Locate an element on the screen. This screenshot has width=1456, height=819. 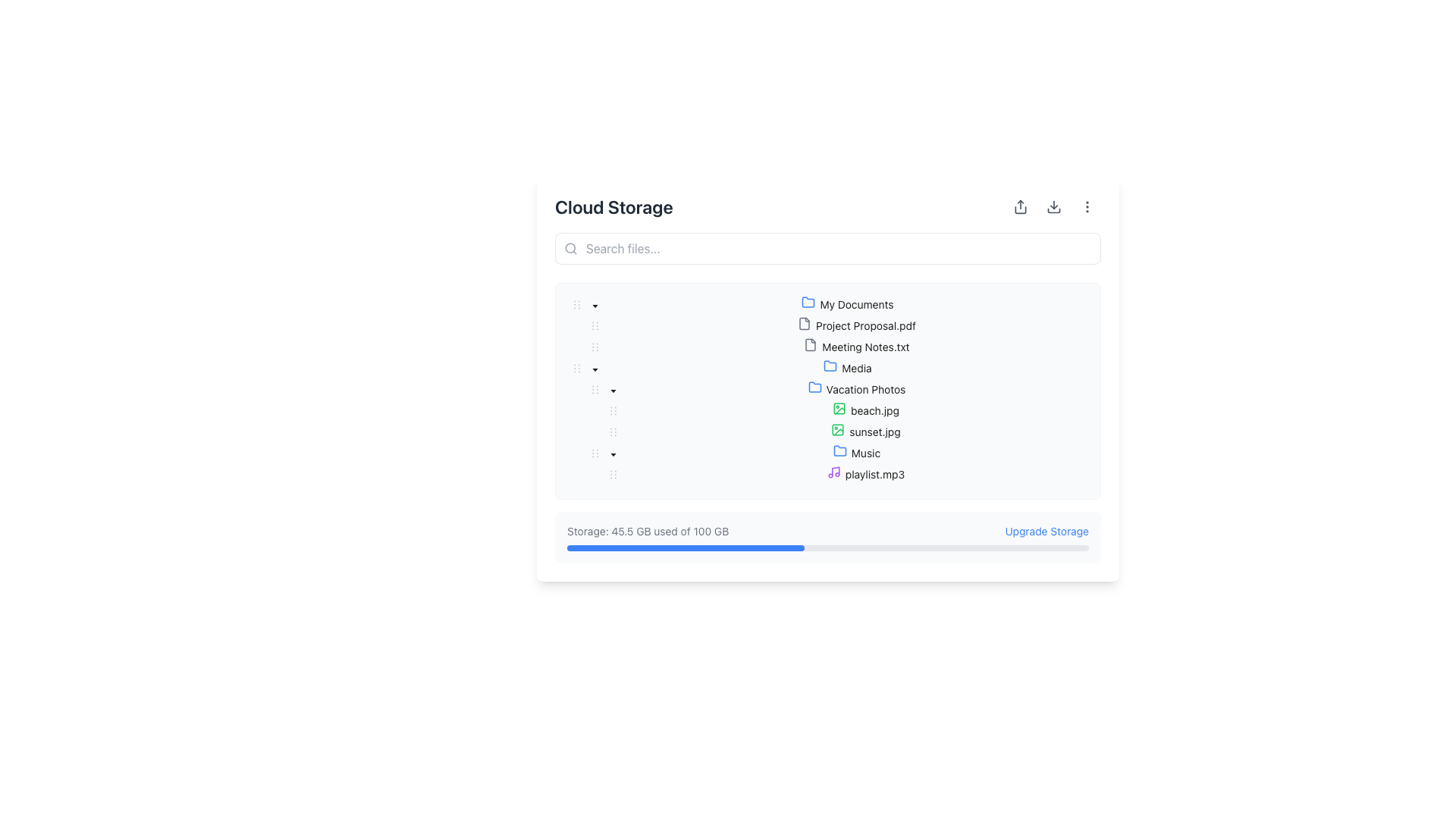
the cloud storage file icon representing 'Meeting Notes.txt' is located at coordinates (810, 345).